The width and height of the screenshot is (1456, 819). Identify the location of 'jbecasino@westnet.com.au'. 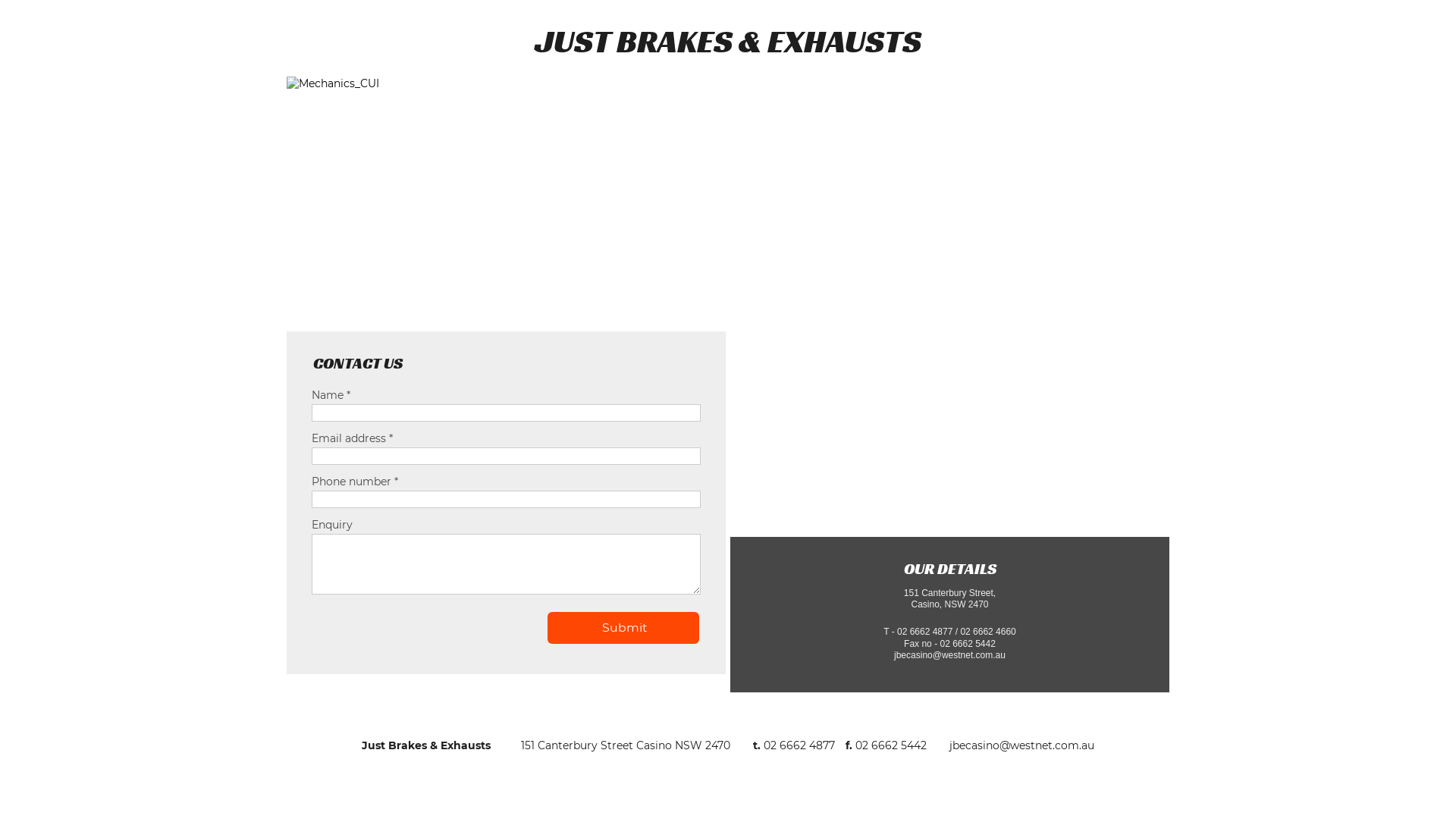
(1021, 745).